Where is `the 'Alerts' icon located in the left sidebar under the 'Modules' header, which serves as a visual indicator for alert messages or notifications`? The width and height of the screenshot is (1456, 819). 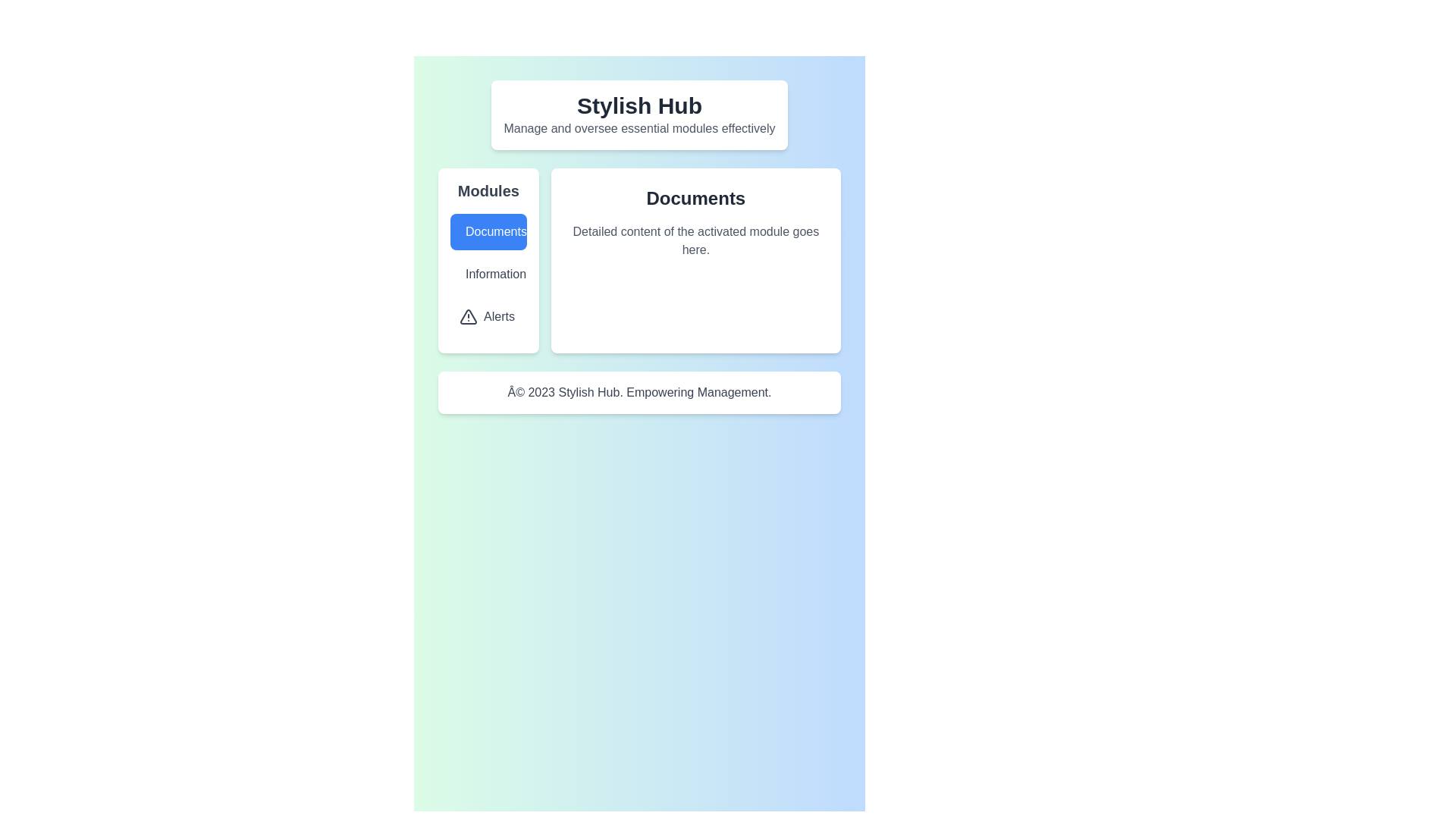 the 'Alerts' icon located in the left sidebar under the 'Modules' header, which serves as a visual indicator for alert messages or notifications is located at coordinates (468, 315).